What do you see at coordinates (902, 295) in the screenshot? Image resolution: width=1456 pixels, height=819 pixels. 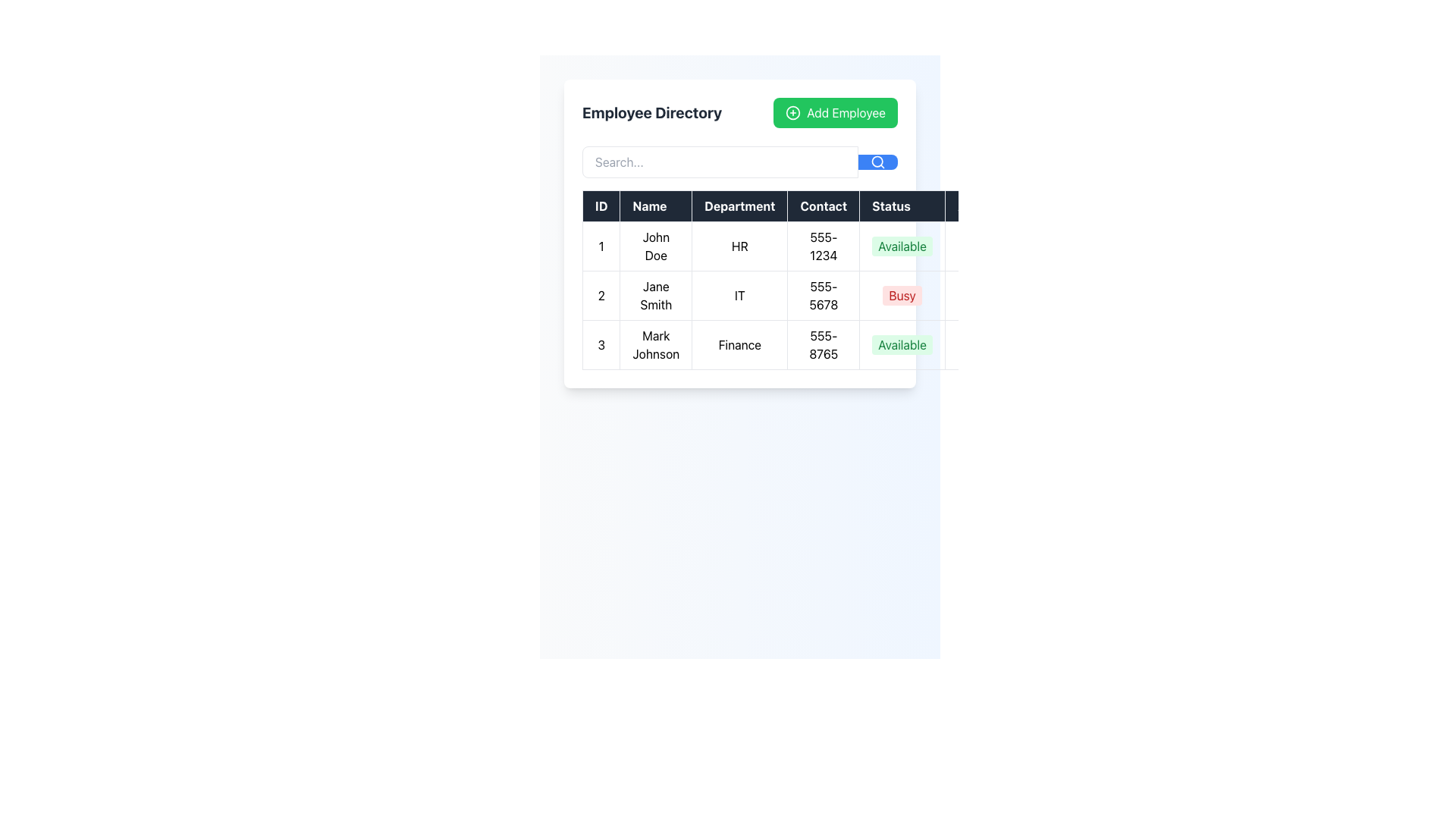 I see `the 'Busy' status label in the second row of the Employee Directory table, which is displayed in a red font with a light red background` at bounding box center [902, 295].